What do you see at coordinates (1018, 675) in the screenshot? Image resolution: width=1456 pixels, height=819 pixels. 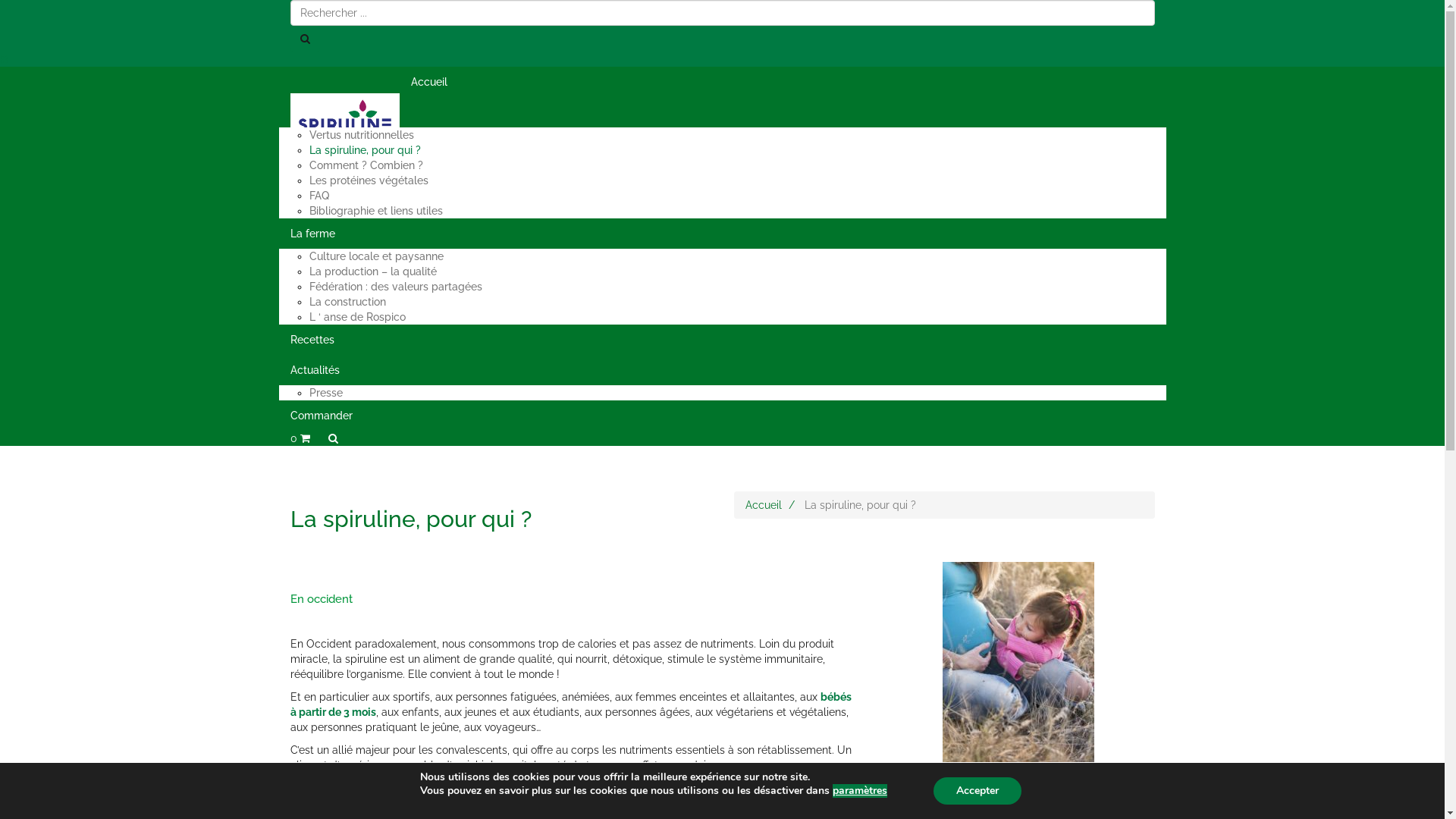 I see `'child-touching-his-mother-lamb-160624'` at bounding box center [1018, 675].